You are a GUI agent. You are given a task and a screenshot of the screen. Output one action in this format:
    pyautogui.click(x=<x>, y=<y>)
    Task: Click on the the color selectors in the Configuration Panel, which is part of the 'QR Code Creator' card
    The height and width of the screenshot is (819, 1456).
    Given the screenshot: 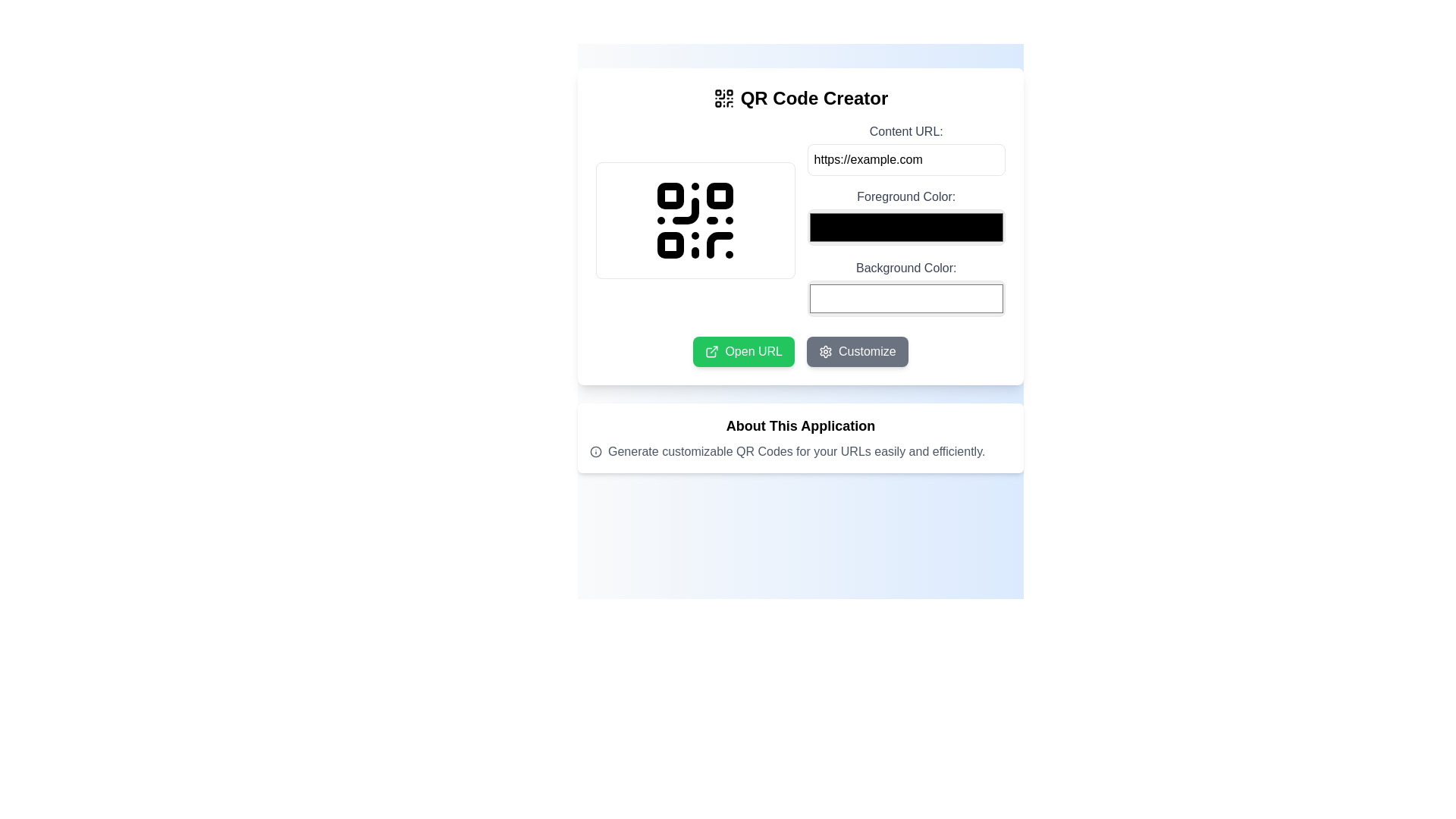 What is the action you would take?
    pyautogui.click(x=800, y=220)
    